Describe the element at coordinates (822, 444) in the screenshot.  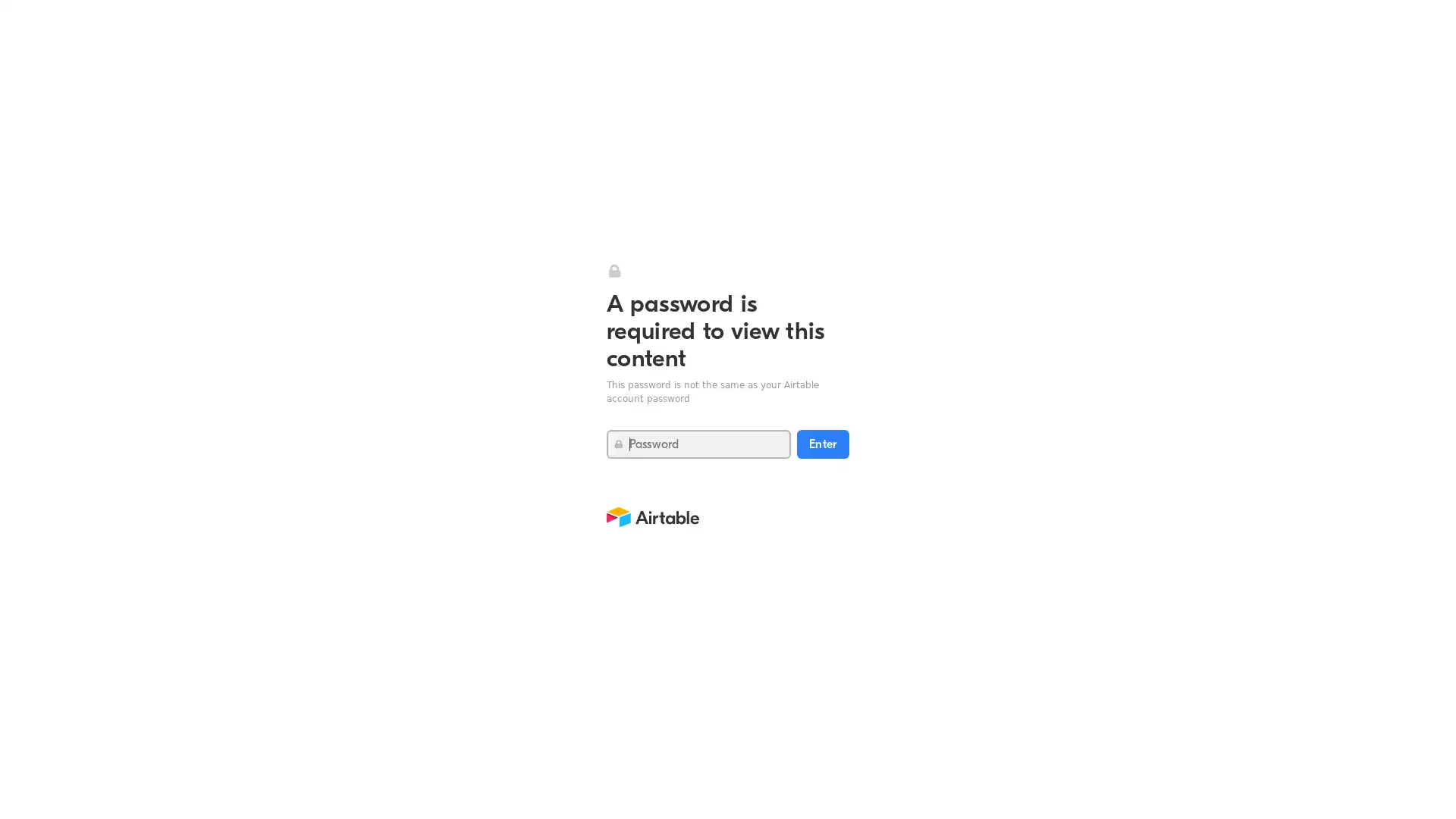
I see `Enter` at that location.